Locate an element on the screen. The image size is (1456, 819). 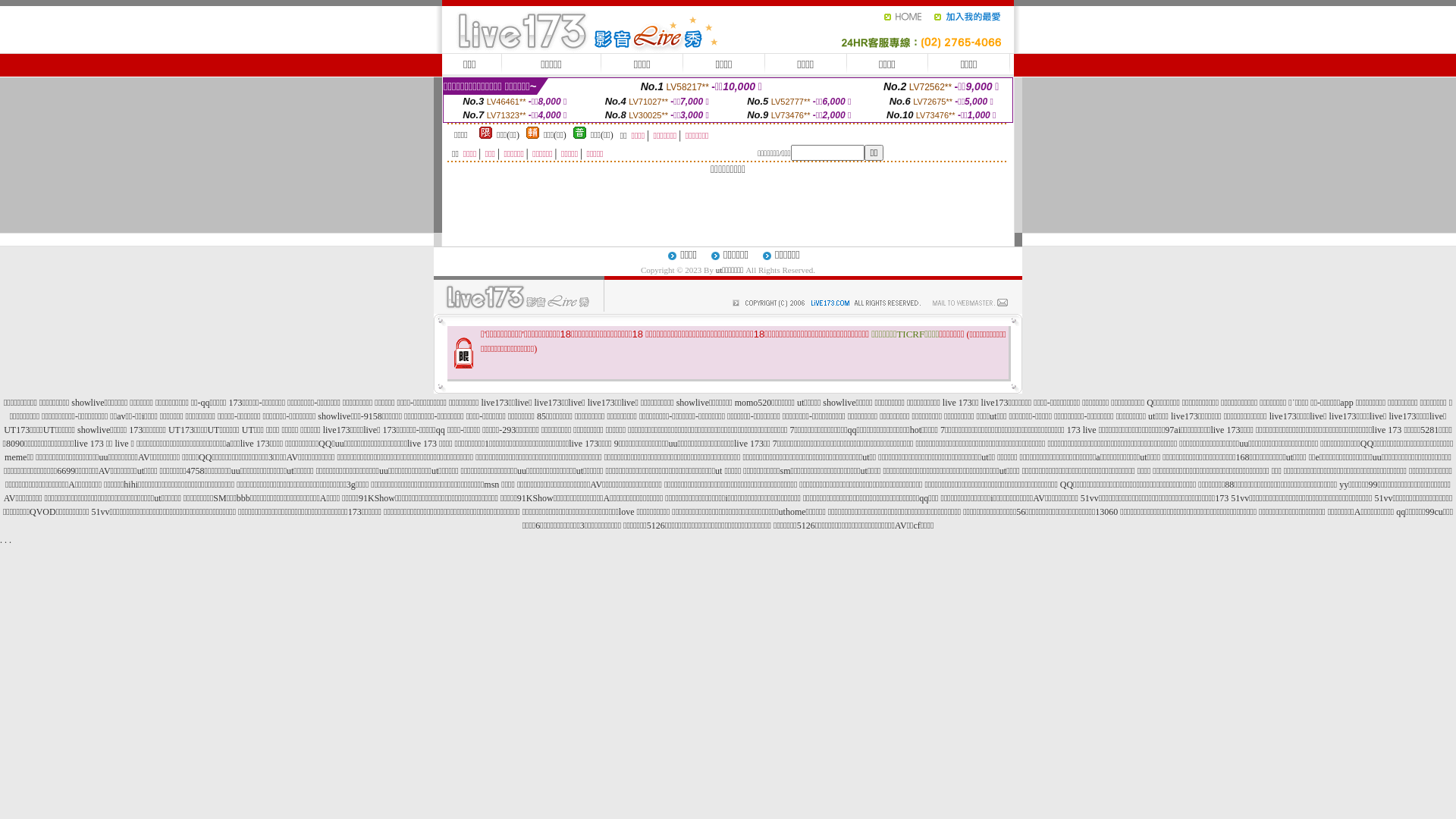
'.' is located at coordinates (9, 539).